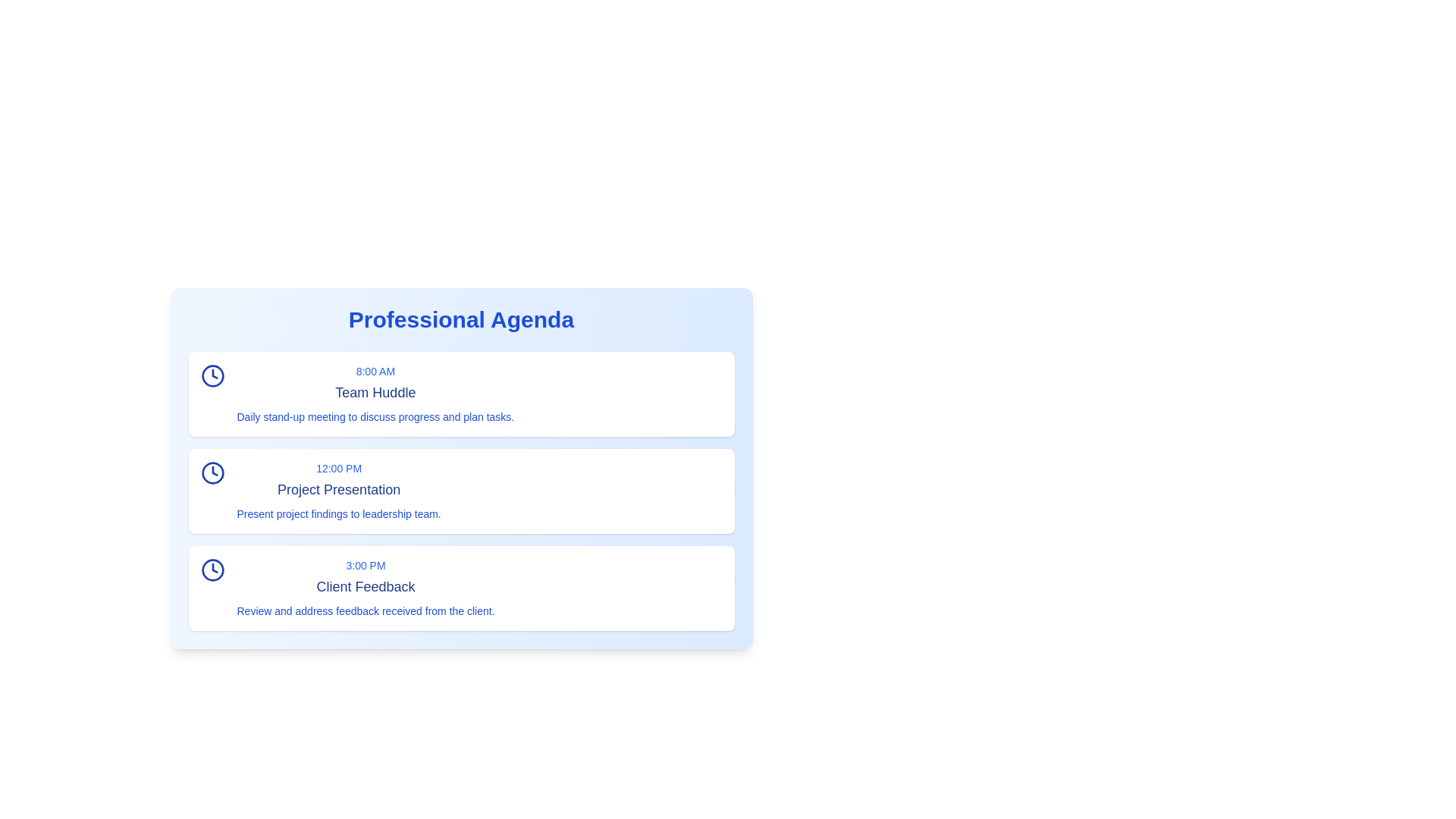  Describe the element at coordinates (375, 394) in the screenshot. I see `the text block containing the time label ('8:00 AM'), the title ('Team Huddle'), and the description ('Daily stand-up meeting to discuss progress and plan tasks.') which is positioned` at that location.